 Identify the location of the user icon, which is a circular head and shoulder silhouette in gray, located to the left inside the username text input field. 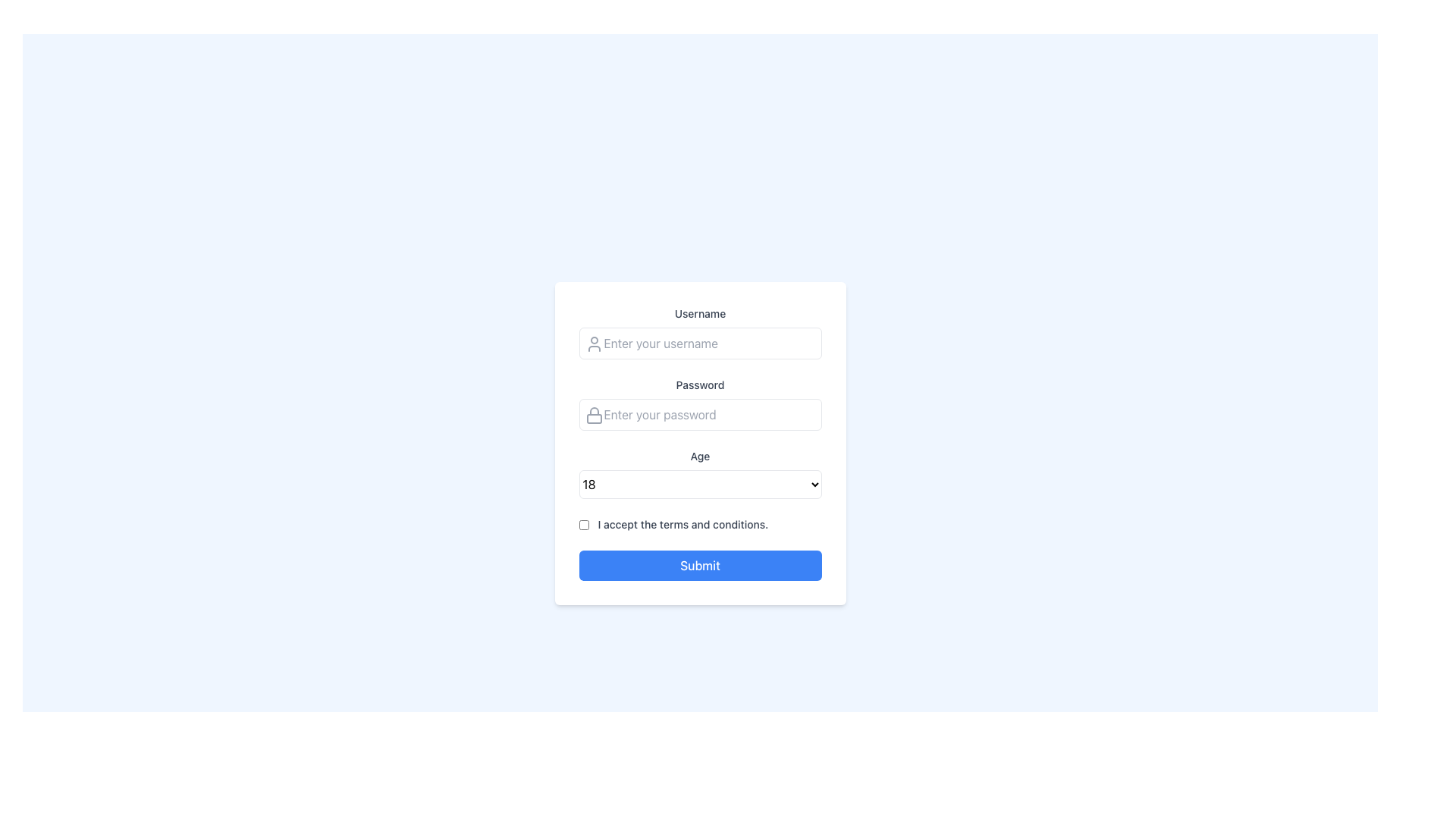
(593, 344).